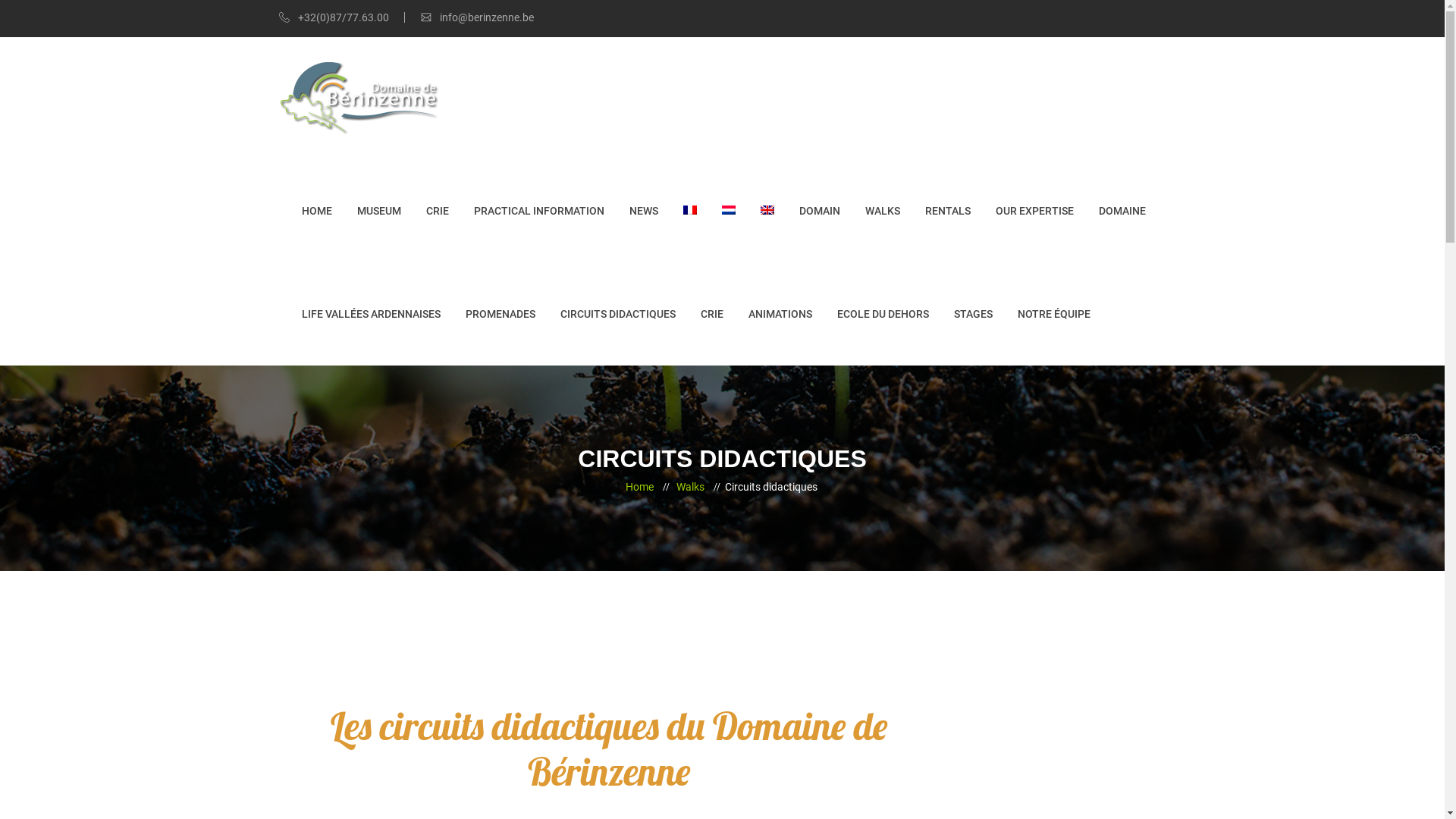  What do you see at coordinates (315, 210) in the screenshot?
I see `'HOME'` at bounding box center [315, 210].